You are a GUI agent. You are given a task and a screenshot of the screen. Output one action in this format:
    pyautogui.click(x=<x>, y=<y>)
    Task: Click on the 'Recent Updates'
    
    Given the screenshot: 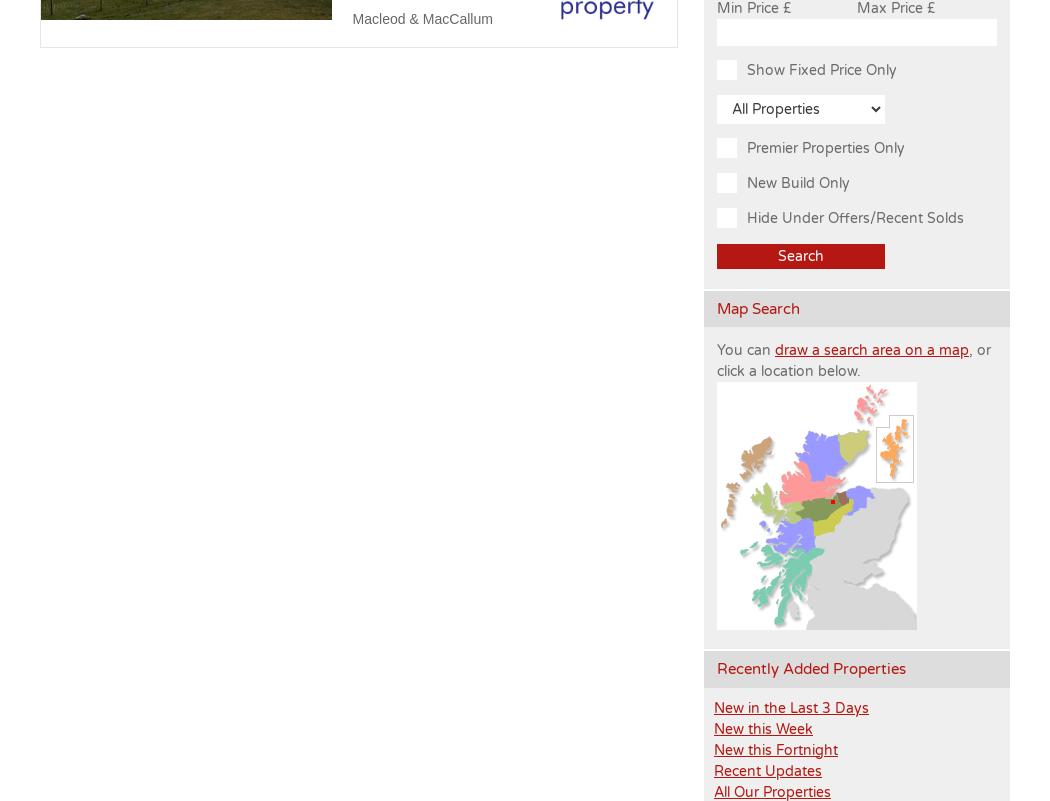 What is the action you would take?
    pyautogui.click(x=767, y=769)
    